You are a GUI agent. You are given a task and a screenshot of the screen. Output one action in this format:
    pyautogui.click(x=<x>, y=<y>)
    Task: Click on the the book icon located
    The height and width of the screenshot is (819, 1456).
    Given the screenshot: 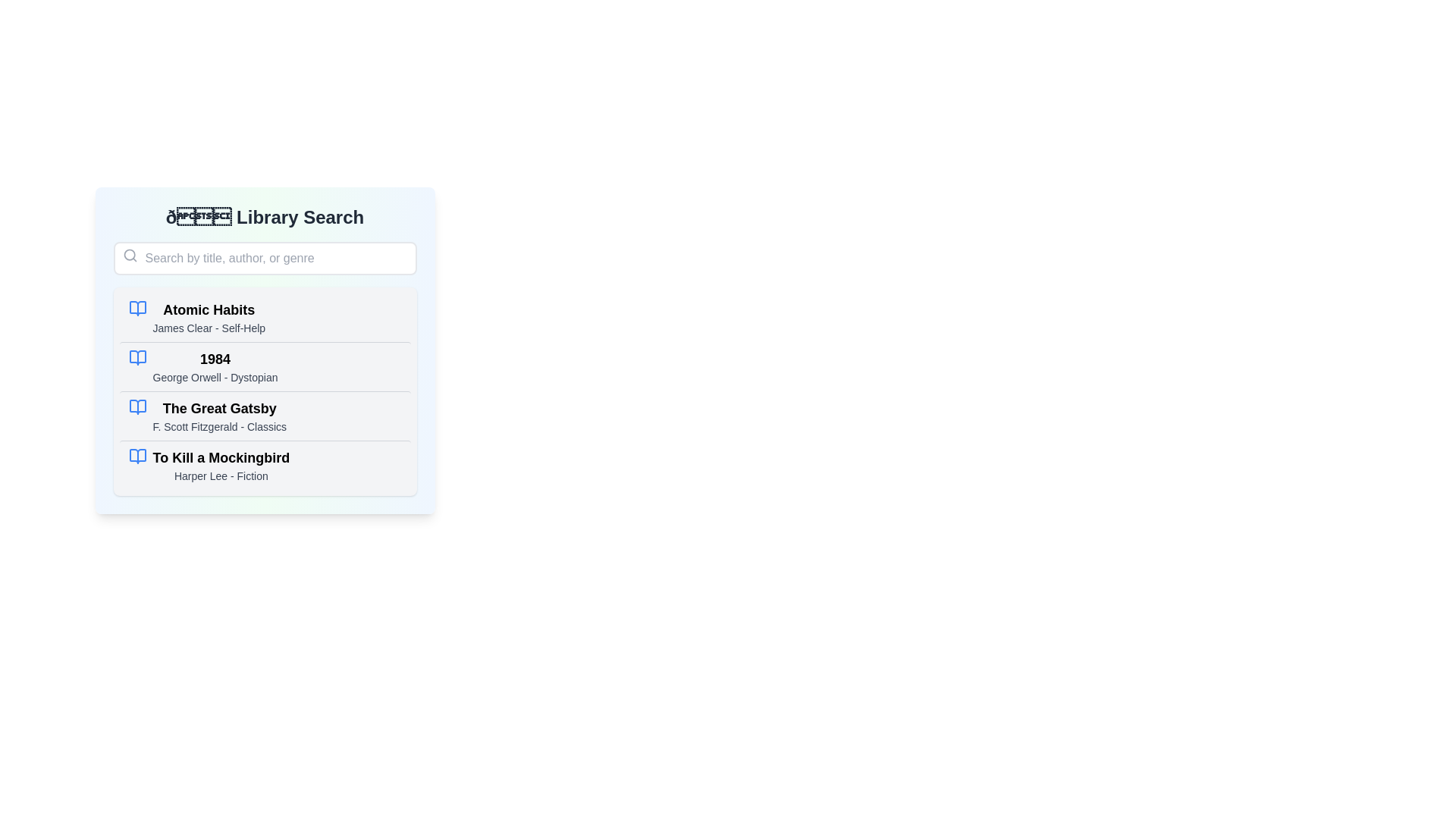 What is the action you would take?
    pyautogui.click(x=137, y=357)
    